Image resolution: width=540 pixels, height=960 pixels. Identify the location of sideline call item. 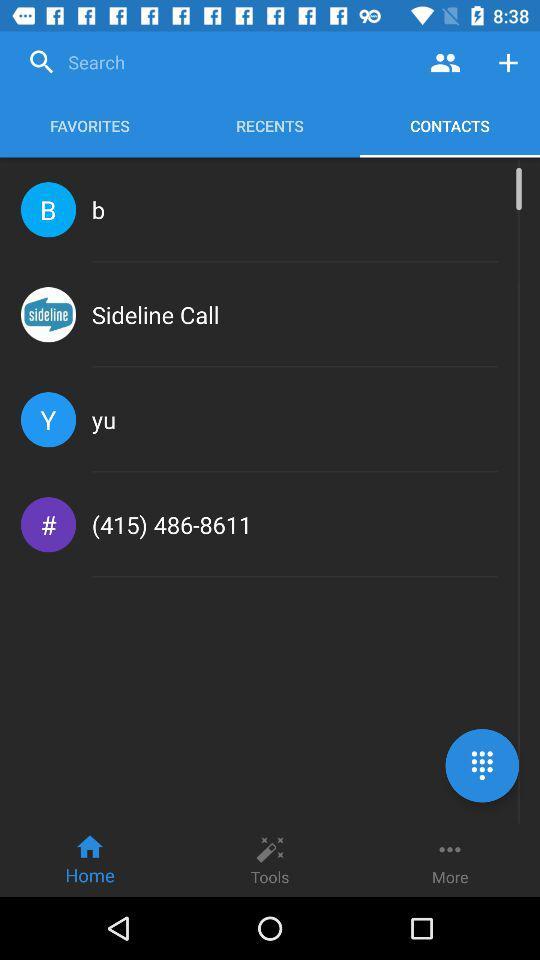
(154, 314).